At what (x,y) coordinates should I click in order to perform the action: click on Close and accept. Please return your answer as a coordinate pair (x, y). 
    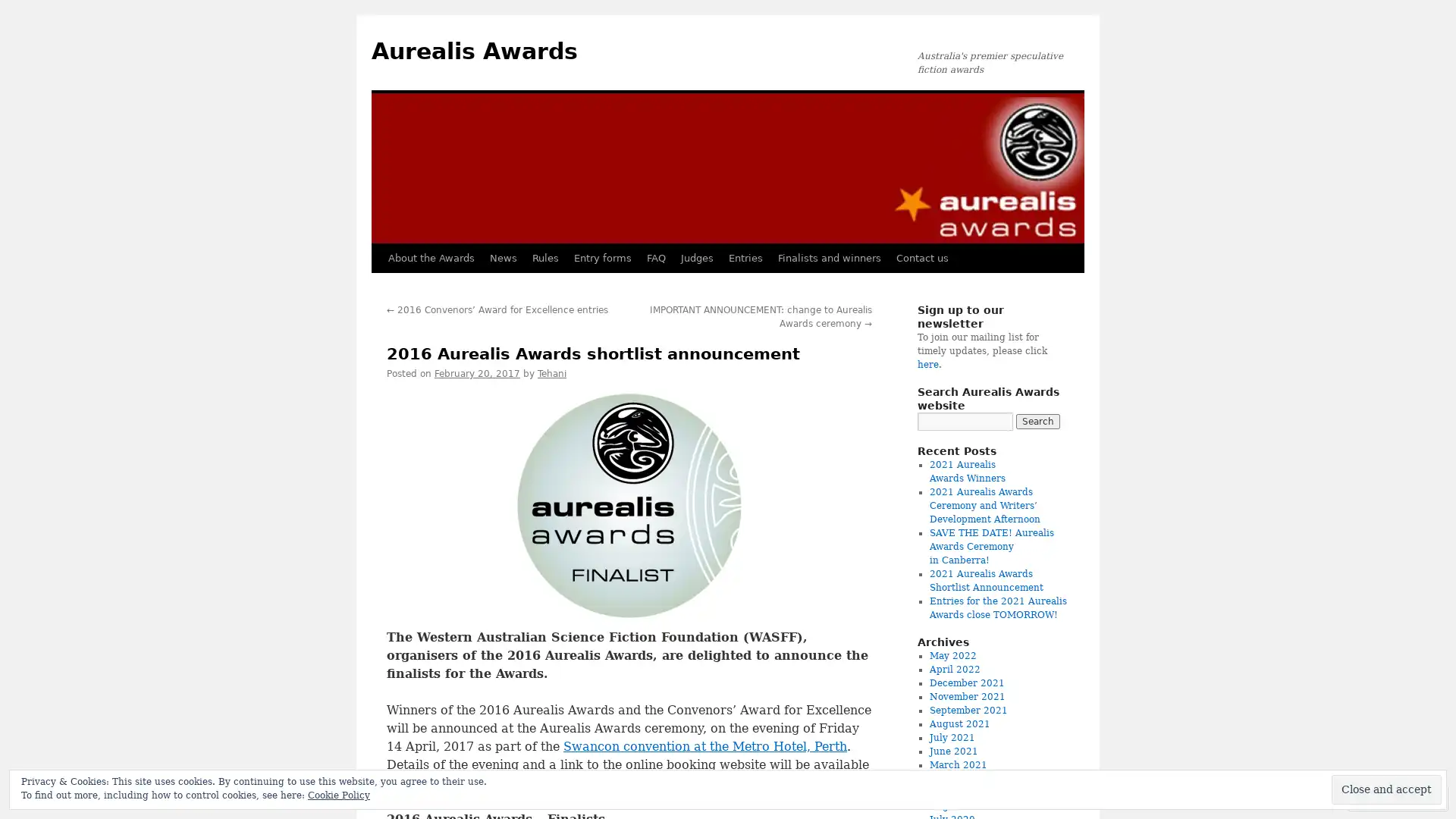
    Looking at the image, I should click on (1386, 789).